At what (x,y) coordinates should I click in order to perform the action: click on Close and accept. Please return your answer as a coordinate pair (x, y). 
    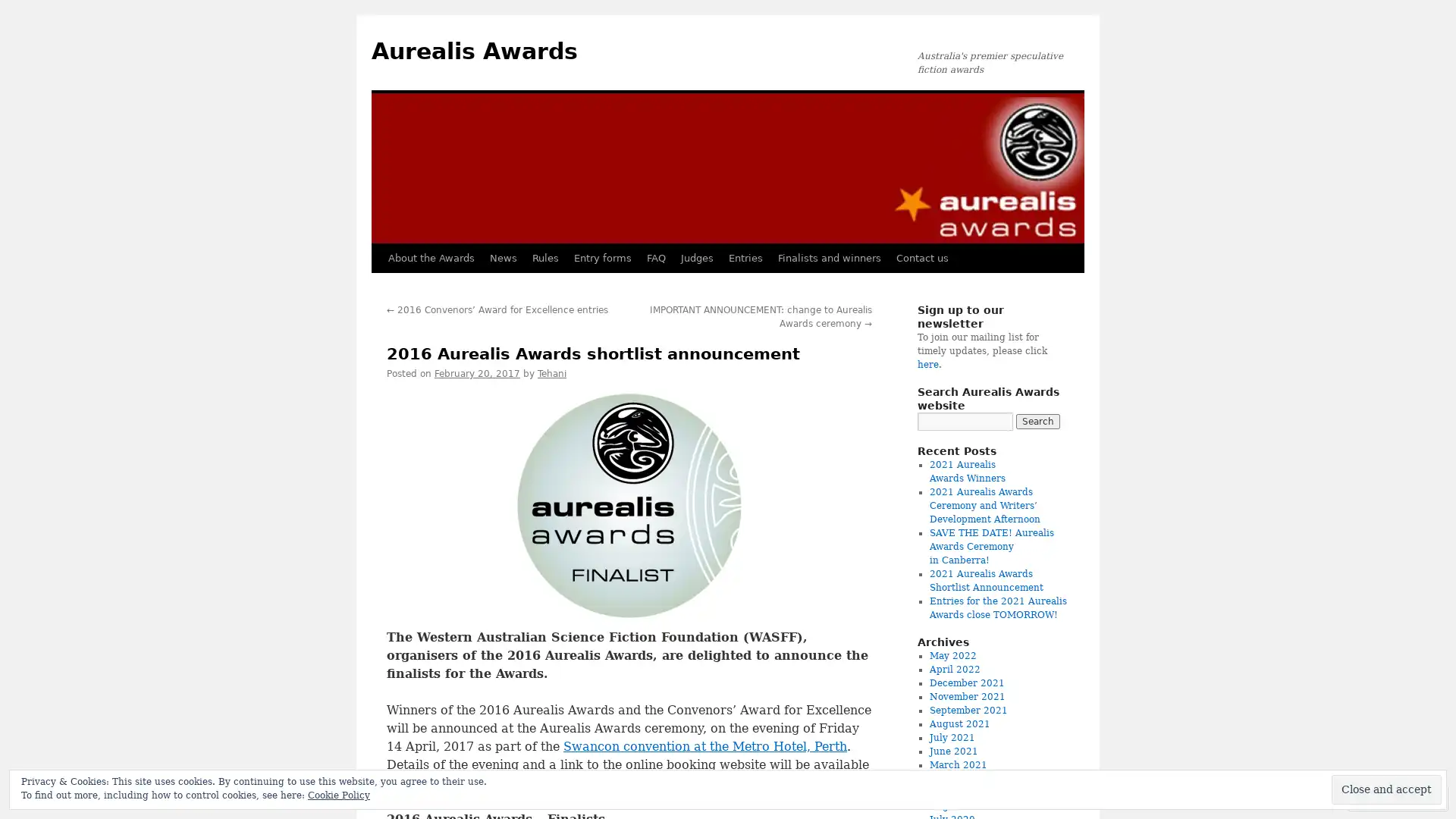
    Looking at the image, I should click on (1386, 789).